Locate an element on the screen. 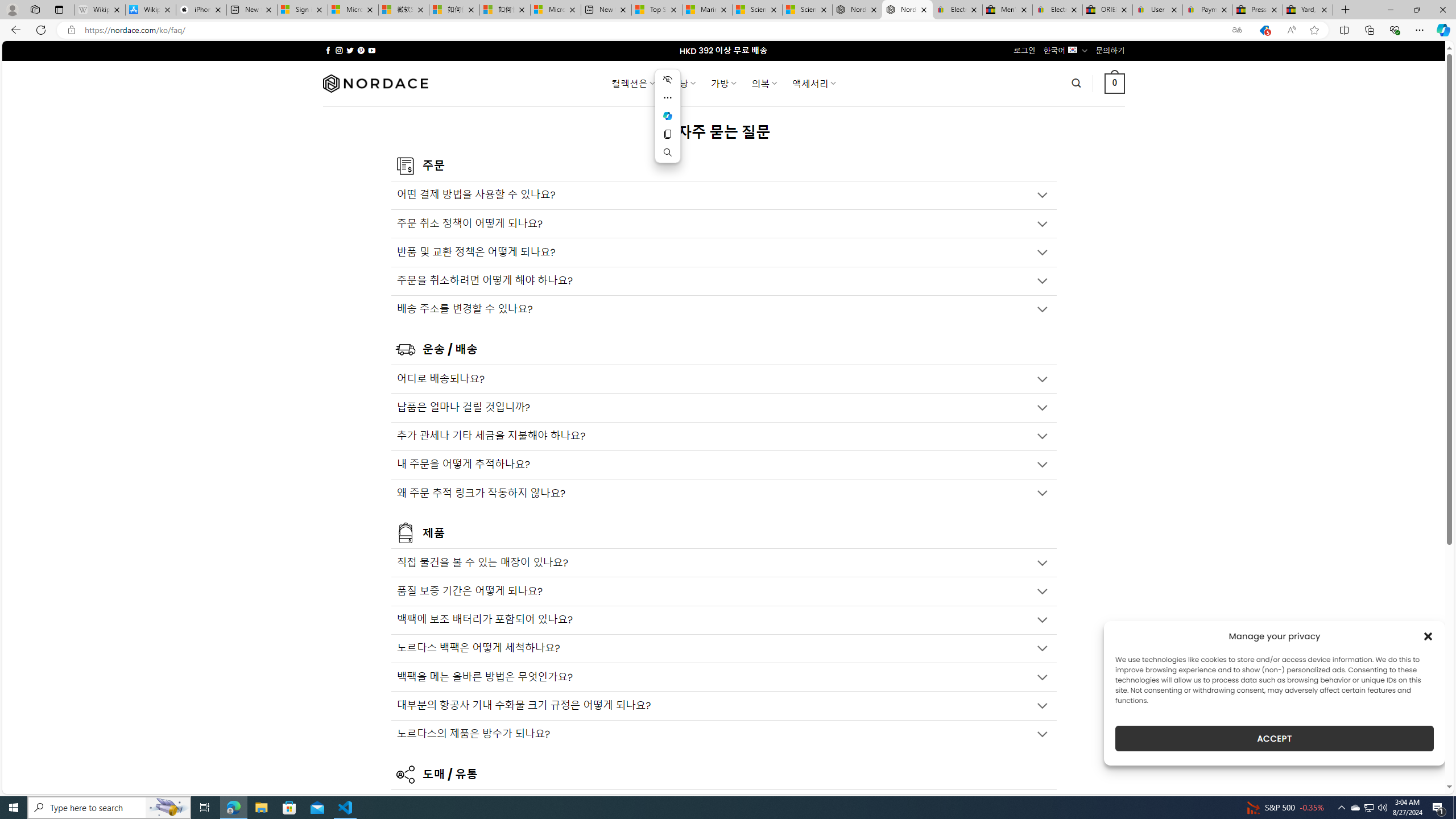 The height and width of the screenshot is (819, 1456). 'Follow on Twitter' is located at coordinates (350, 50).